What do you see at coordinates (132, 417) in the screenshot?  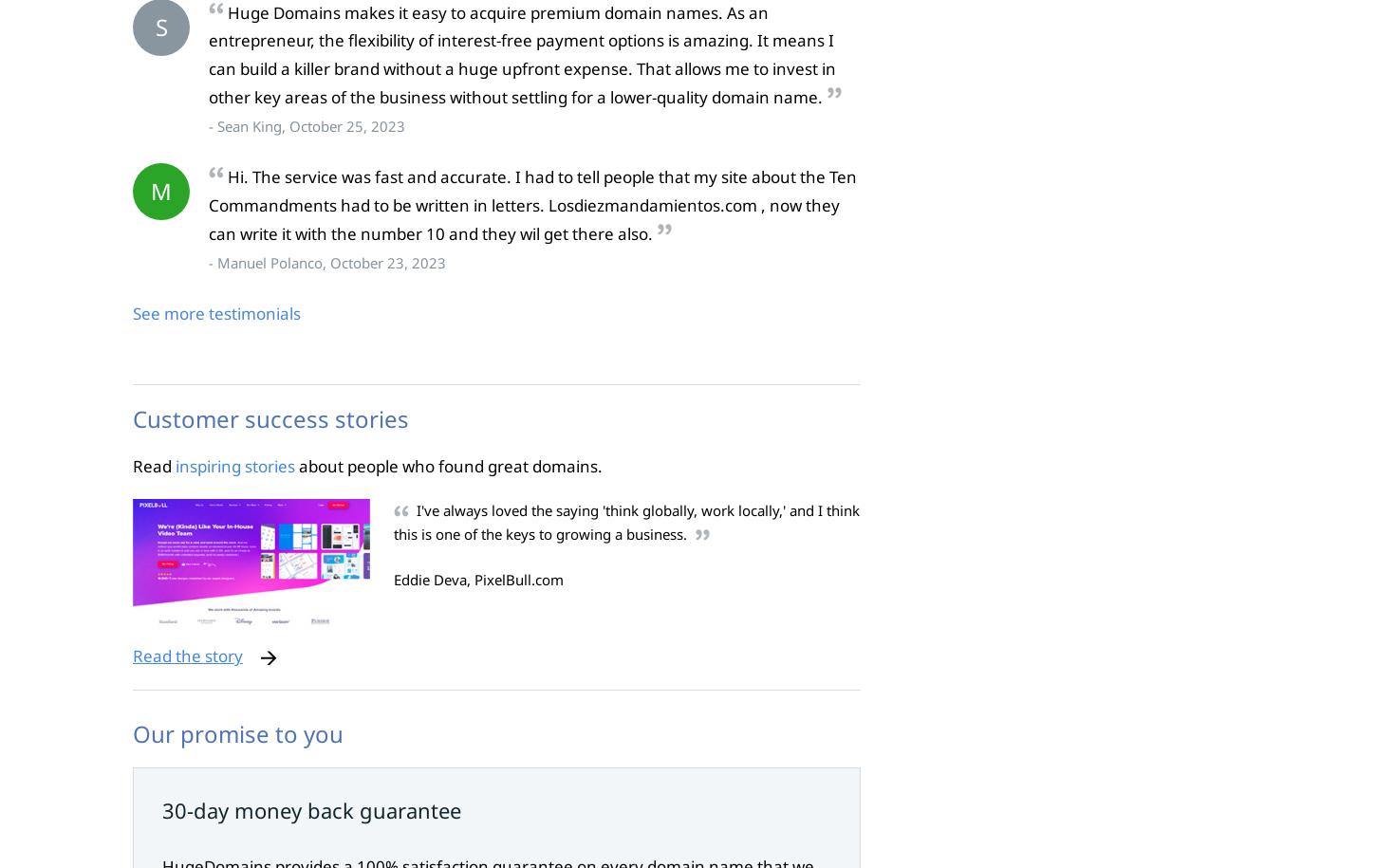 I see `'Customer success stories'` at bounding box center [132, 417].